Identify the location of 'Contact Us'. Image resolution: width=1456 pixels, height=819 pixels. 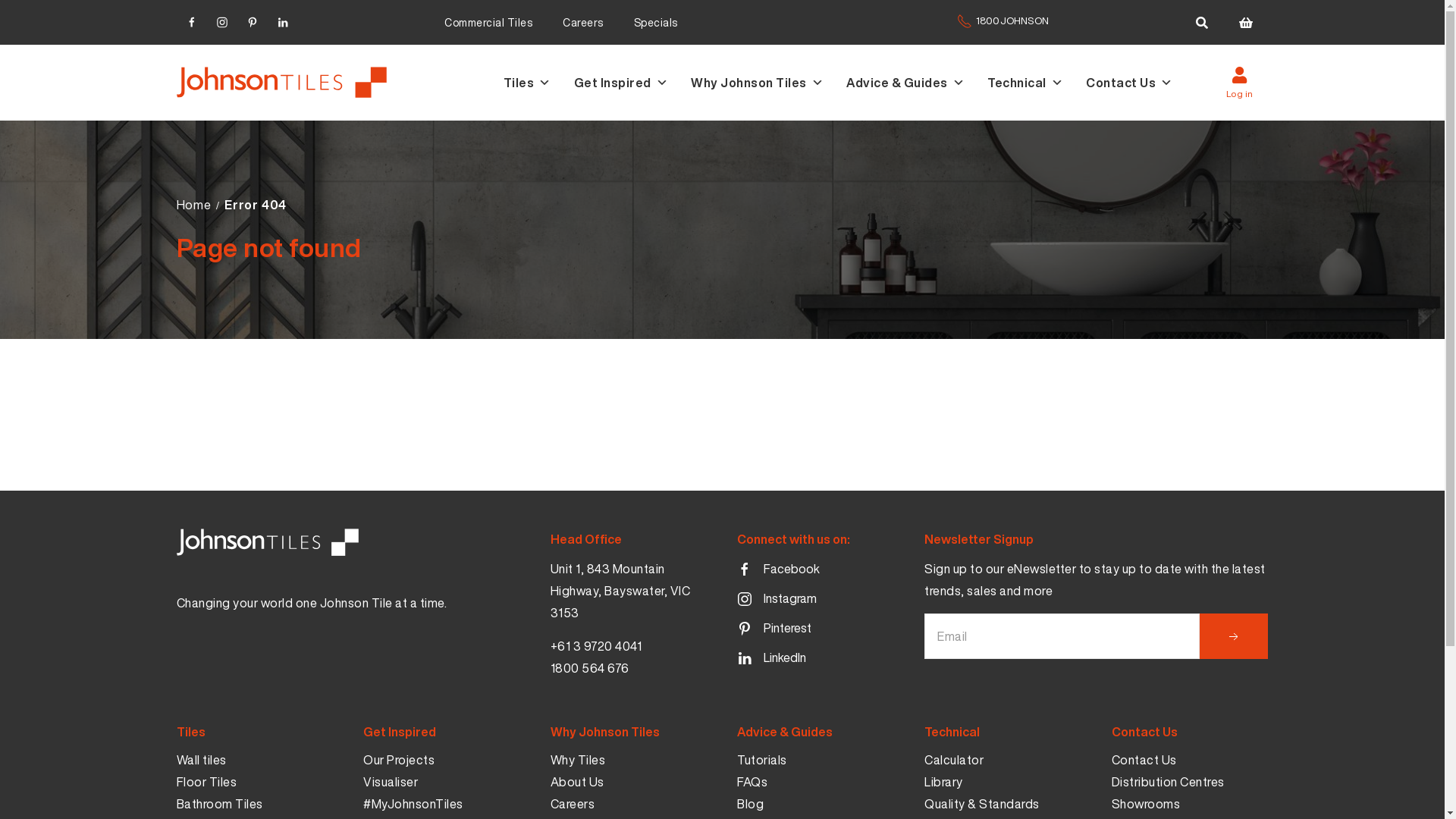
(1144, 760).